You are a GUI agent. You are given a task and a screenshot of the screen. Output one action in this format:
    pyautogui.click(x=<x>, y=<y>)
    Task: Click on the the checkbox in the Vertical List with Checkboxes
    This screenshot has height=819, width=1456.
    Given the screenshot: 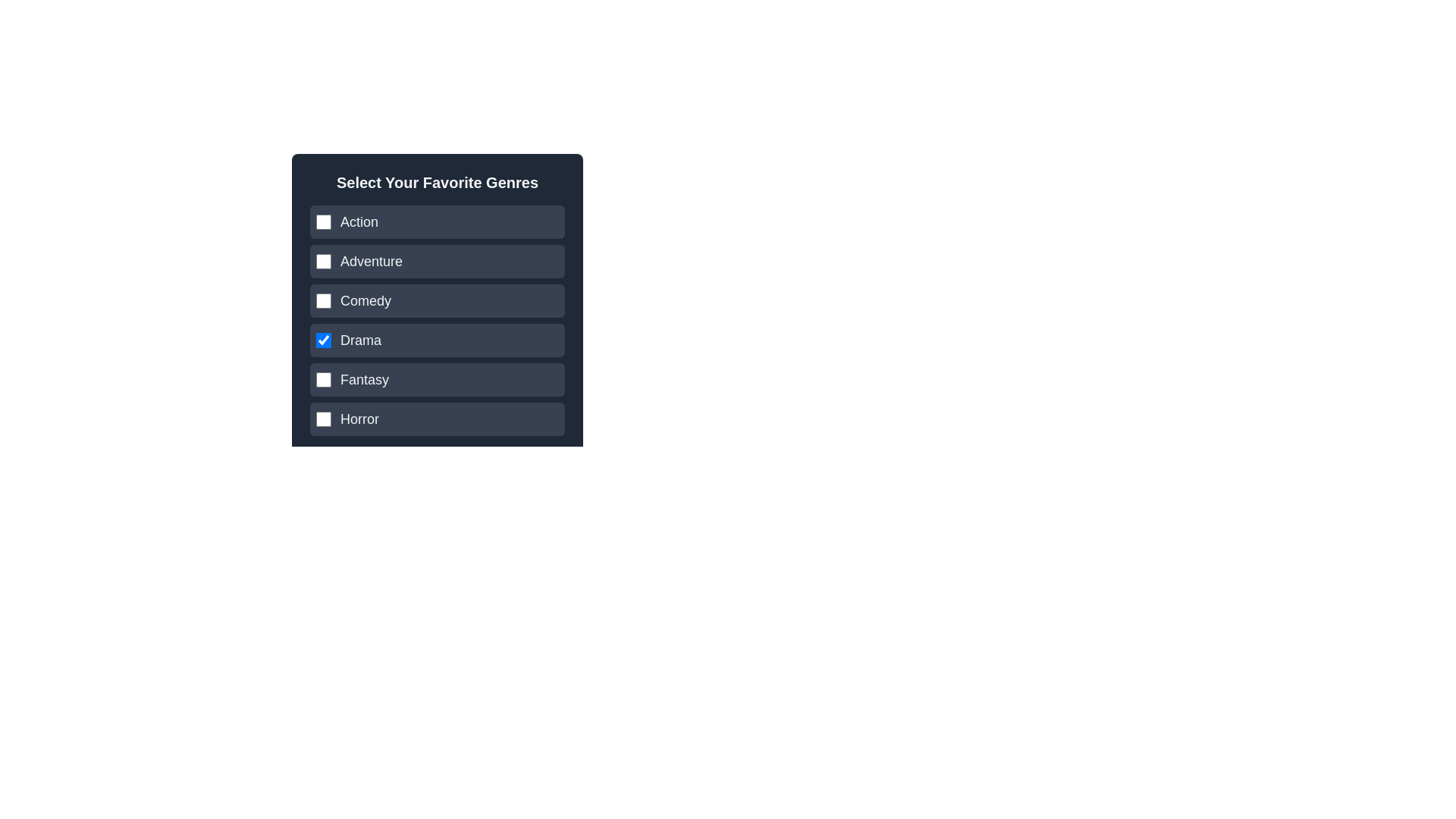 What is the action you would take?
    pyautogui.click(x=436, y=320)
    